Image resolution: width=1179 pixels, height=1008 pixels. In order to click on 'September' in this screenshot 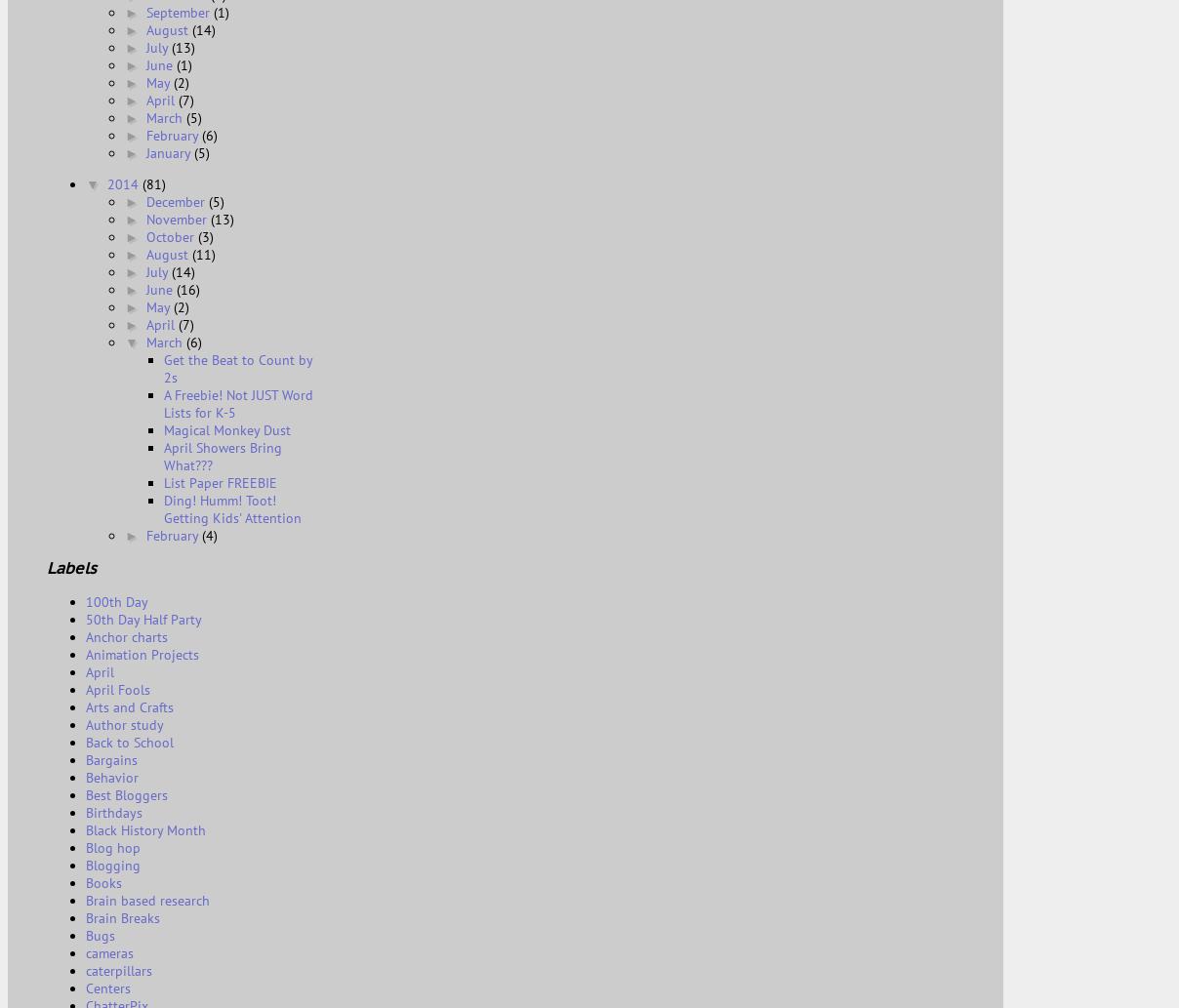, I will do `click(143, 13)`.